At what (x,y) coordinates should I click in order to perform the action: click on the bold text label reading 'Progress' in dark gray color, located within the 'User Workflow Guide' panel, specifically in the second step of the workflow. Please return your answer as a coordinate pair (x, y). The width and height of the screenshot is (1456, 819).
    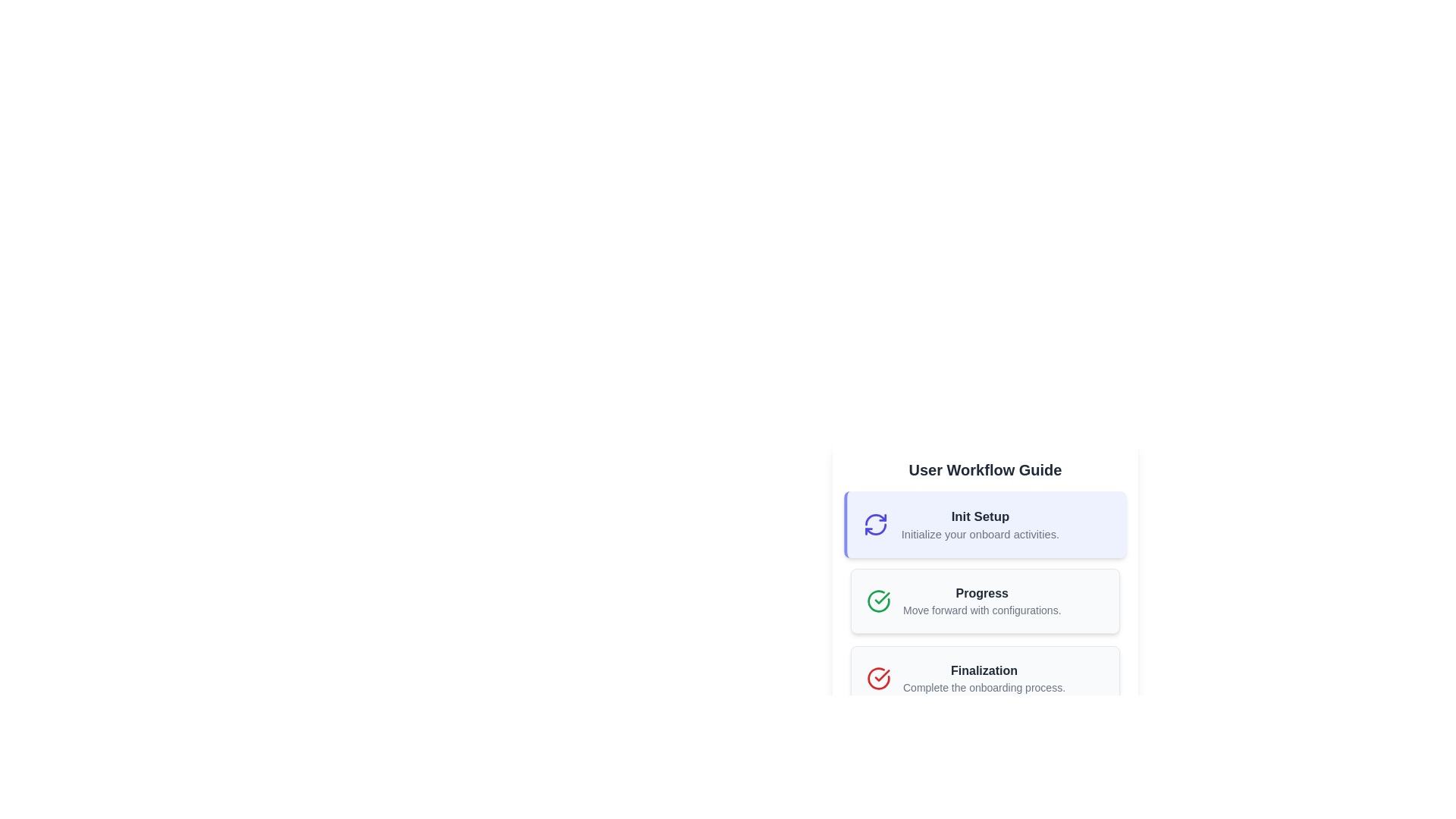
    Looking at the image, I should click on (982, 593).